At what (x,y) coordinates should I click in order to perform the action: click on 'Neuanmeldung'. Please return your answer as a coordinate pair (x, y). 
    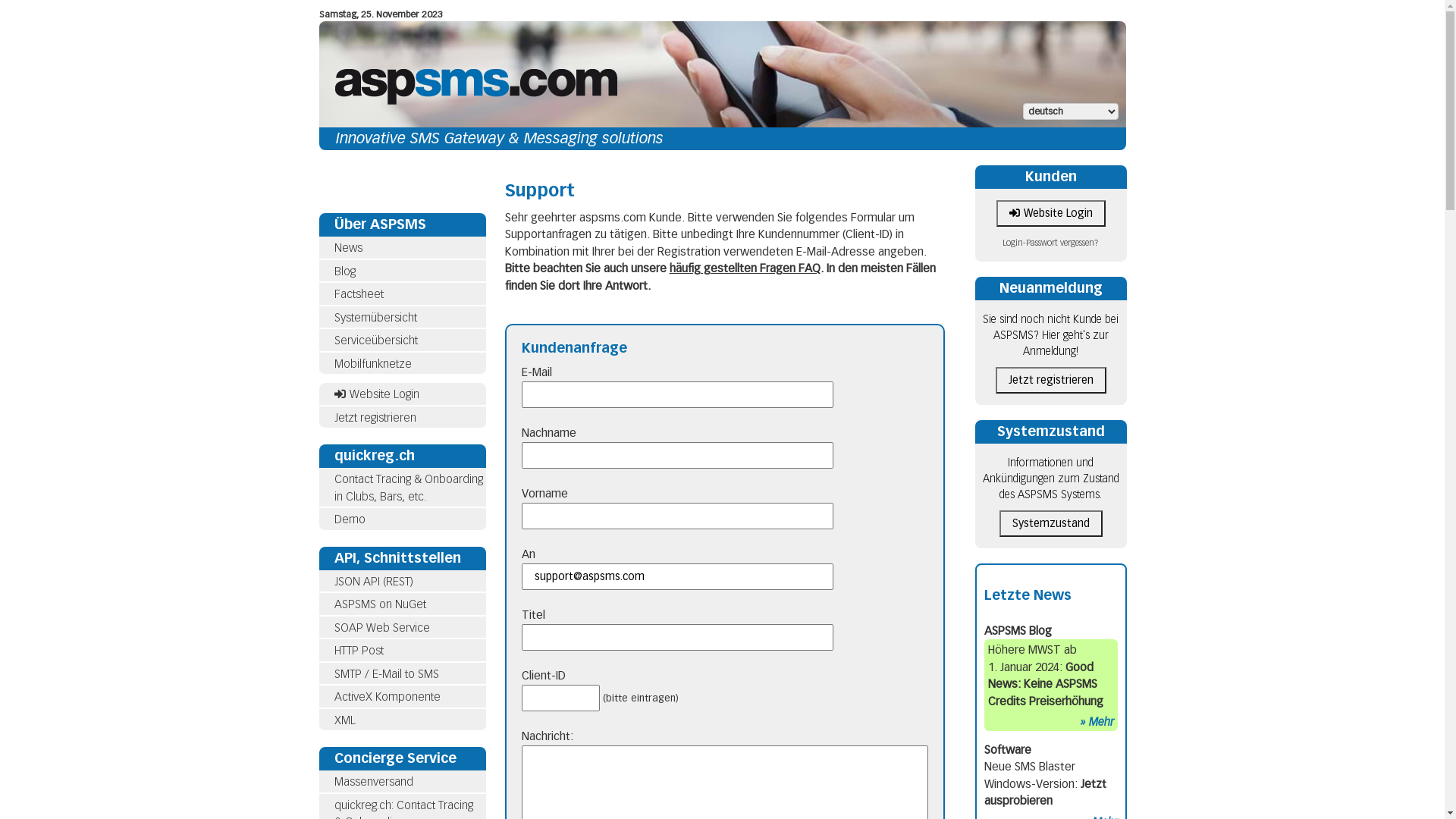
    Looking at the image, I should click on (1050, 288).